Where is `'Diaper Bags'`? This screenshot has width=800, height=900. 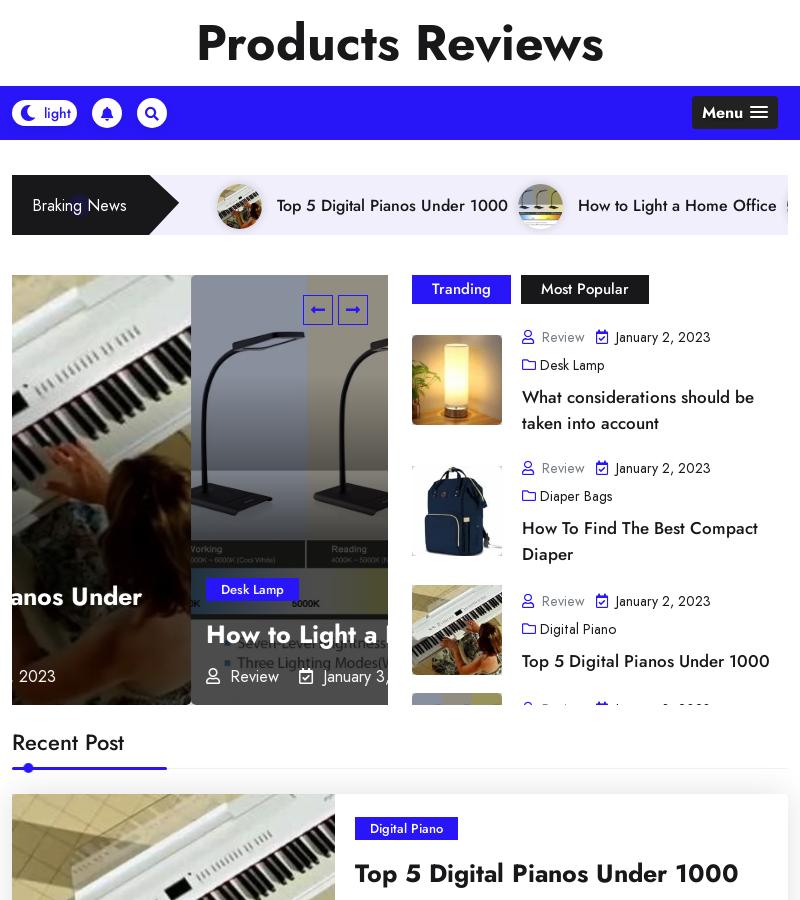
'Diaper Bags' is located at coordinates (405, 674).